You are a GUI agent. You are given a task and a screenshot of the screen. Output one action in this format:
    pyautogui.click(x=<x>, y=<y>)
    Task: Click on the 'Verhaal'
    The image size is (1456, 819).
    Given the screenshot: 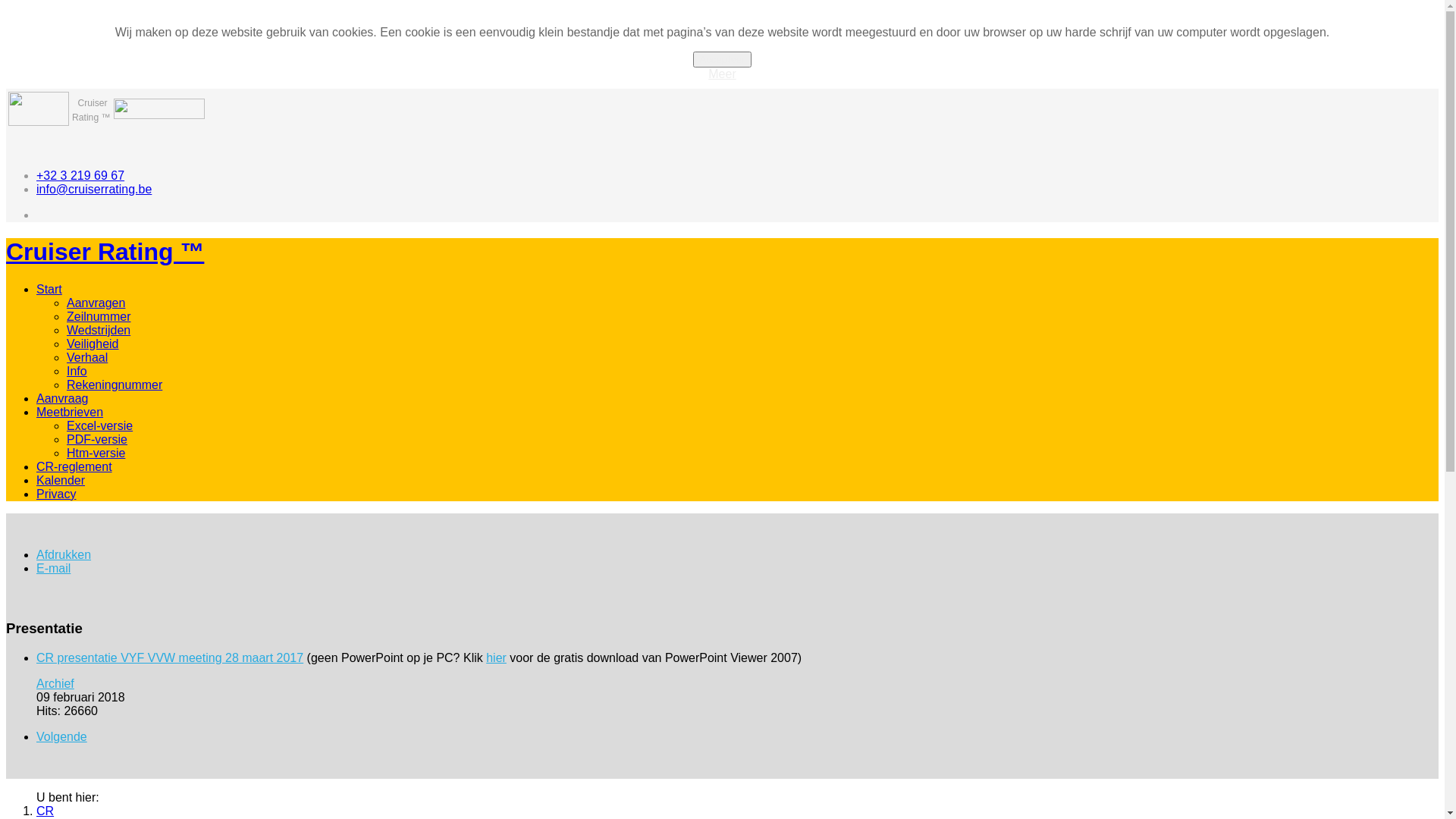 What is the action you would take?
    pyautogui.click(x=86, y=357)
    